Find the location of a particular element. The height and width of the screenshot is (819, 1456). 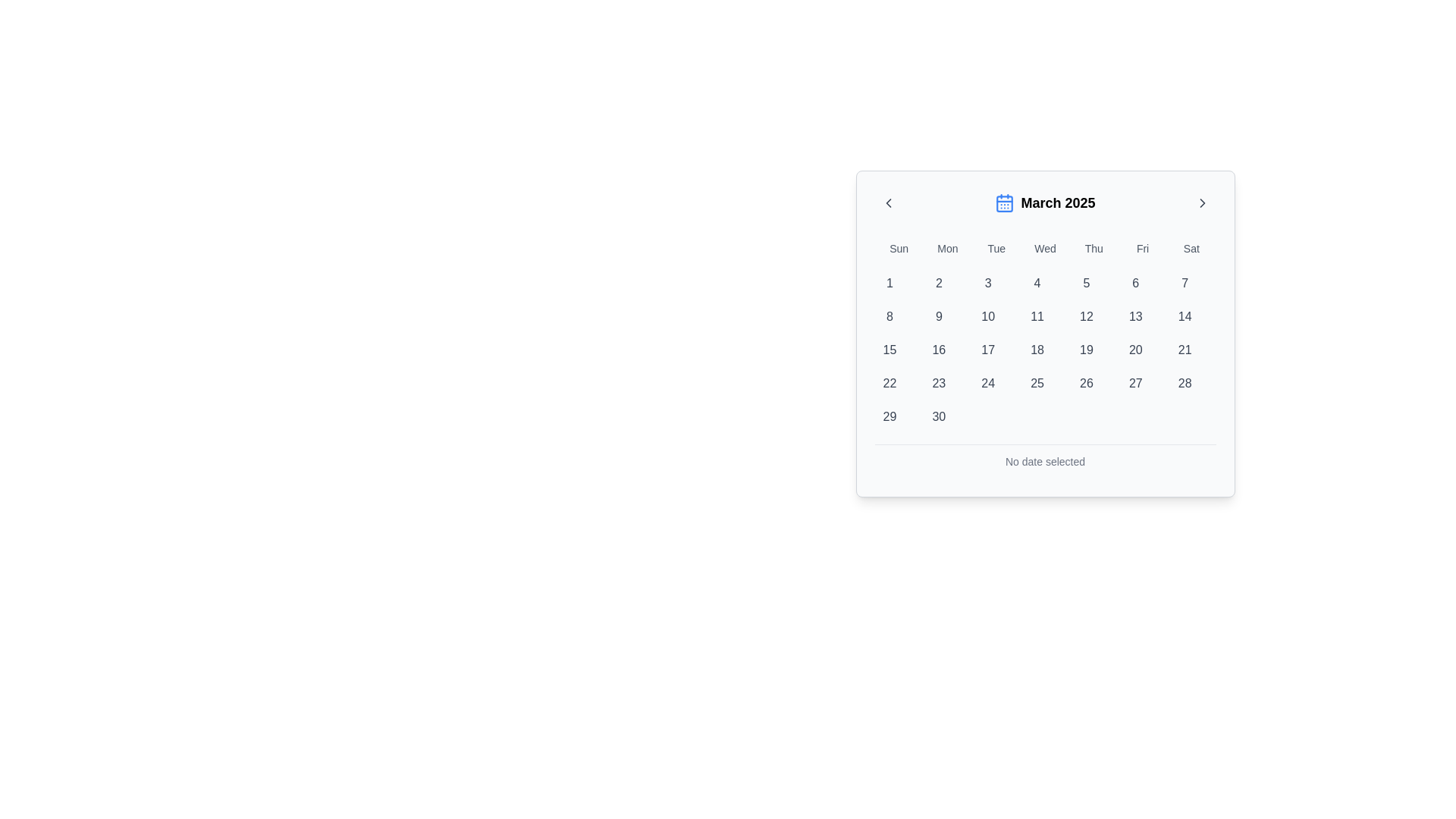

a day button in the grid of buttons representing March 2025 is located at coordinates (1044, 350).